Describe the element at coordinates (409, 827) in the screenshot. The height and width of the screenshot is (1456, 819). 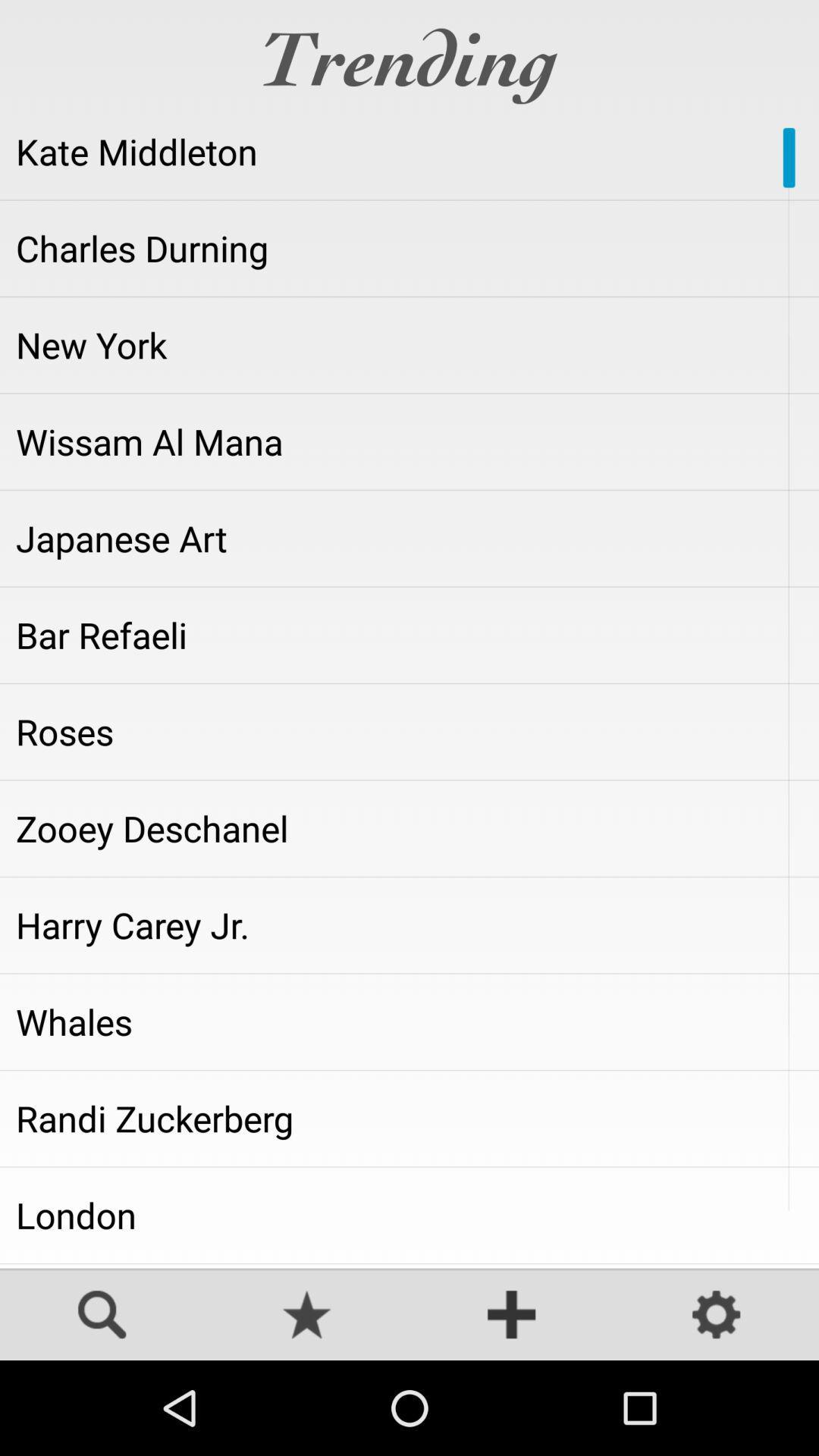
I see `app above harry carey jr. item` at that location.